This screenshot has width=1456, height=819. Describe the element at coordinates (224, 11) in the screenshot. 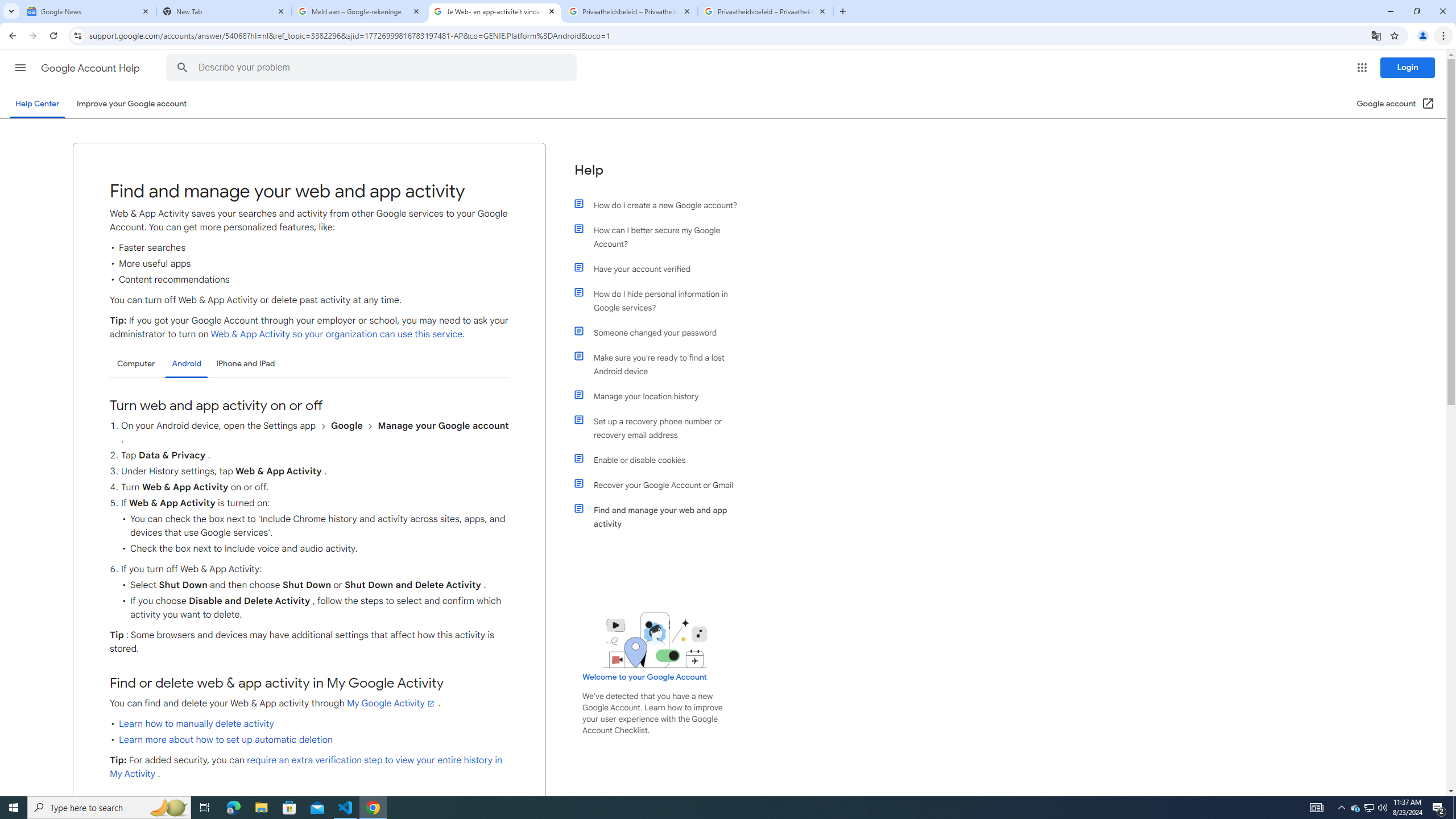

I see `'New Tab'` at that location.